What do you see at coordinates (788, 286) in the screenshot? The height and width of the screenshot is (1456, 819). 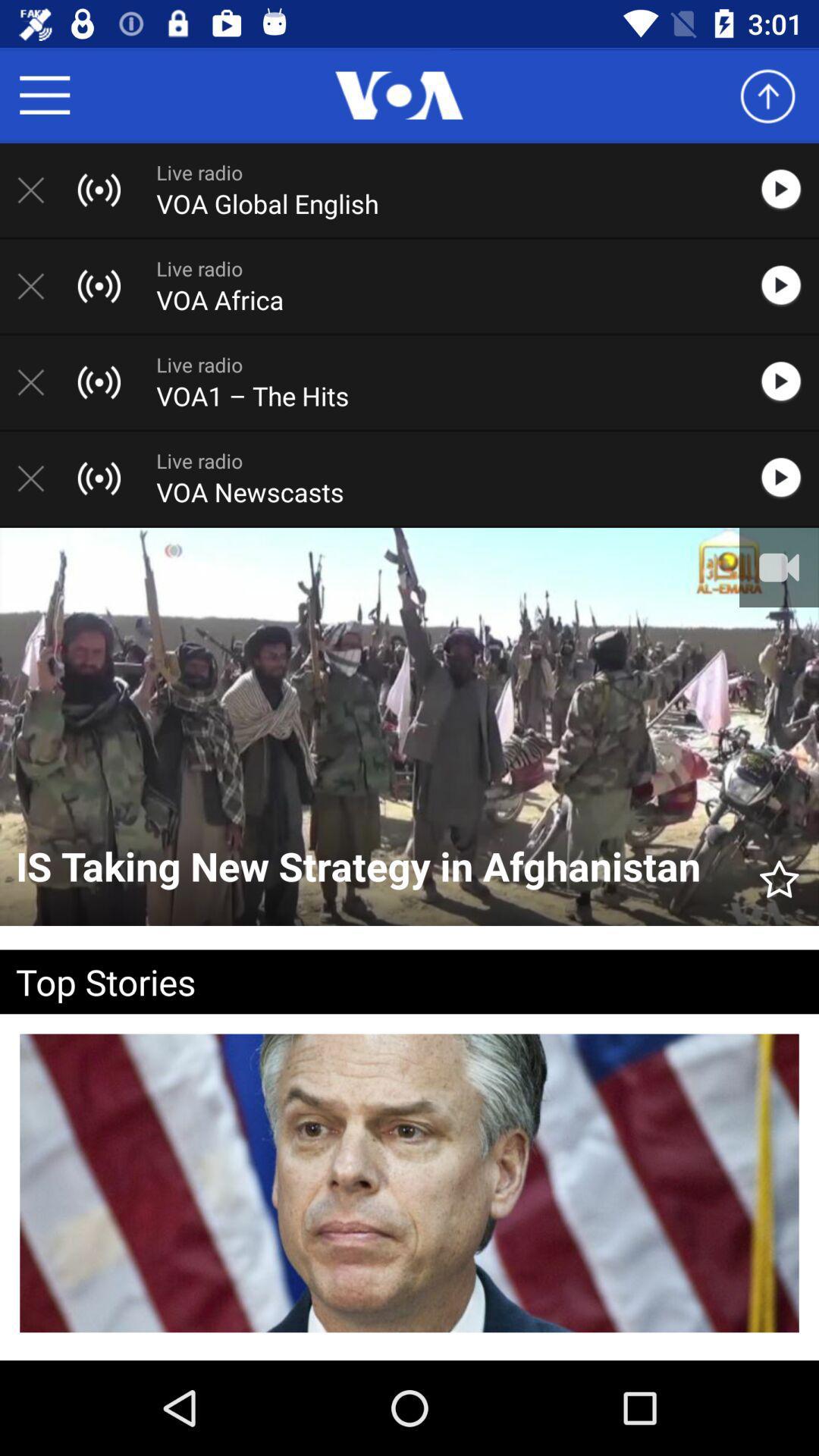 I see `the play icon` at bounding box center [788, 286].